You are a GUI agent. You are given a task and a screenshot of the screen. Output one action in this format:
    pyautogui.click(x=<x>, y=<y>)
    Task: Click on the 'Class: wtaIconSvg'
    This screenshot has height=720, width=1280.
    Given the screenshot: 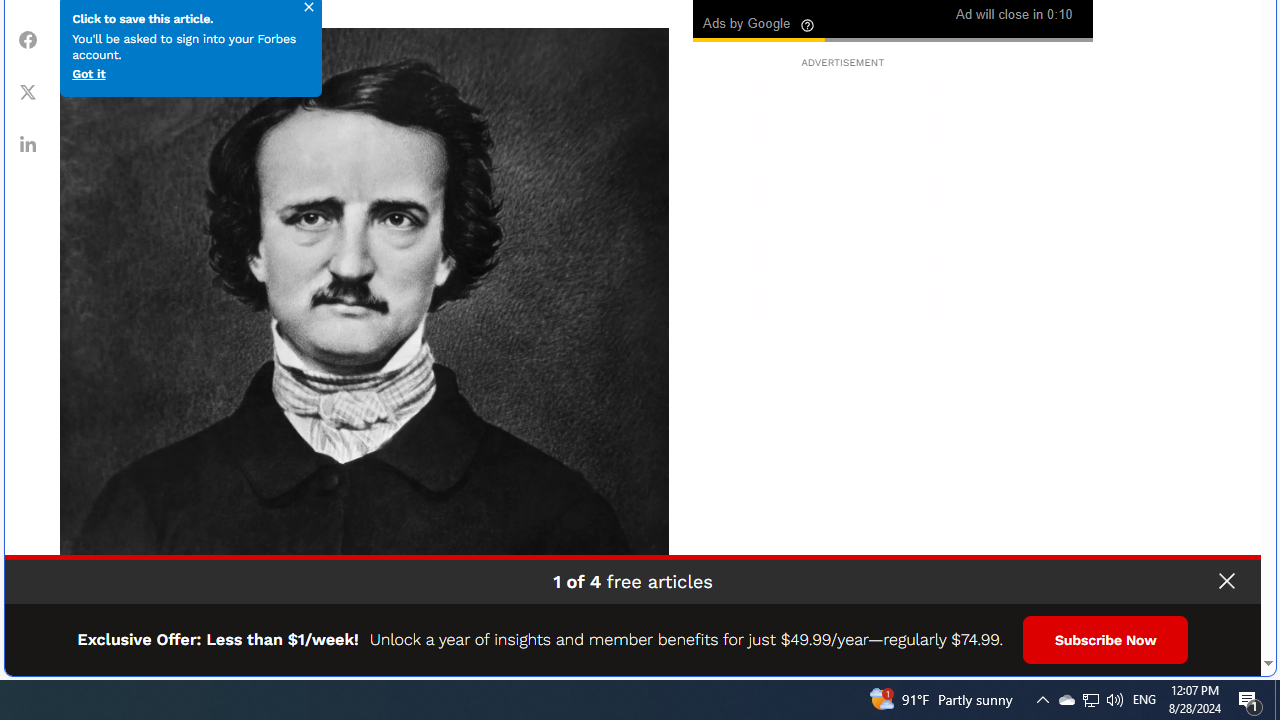 What is the action you would take?
    pyautogui.click(x=808, y=25)
    